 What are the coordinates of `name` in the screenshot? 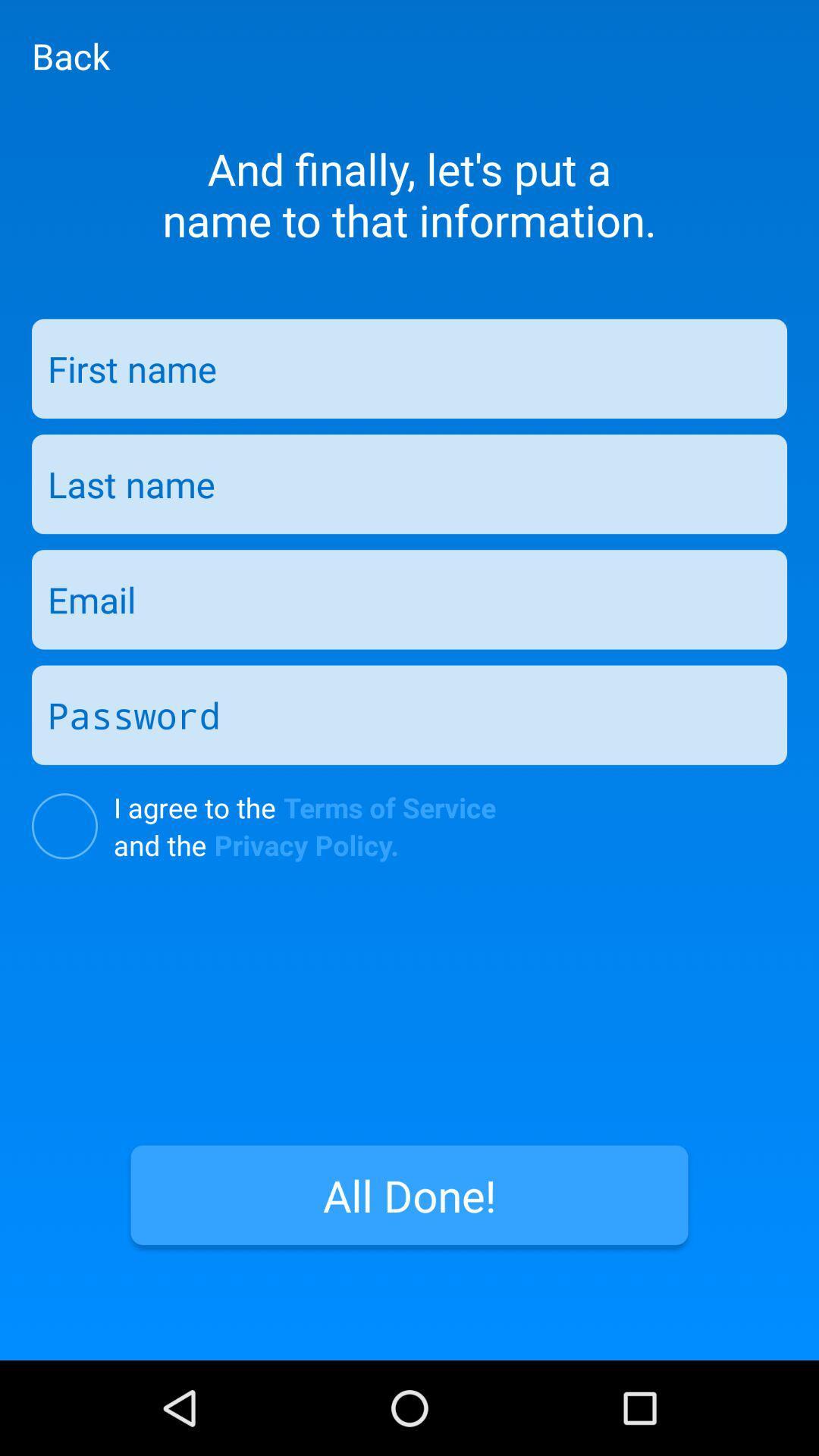 It's located at (409, 369).